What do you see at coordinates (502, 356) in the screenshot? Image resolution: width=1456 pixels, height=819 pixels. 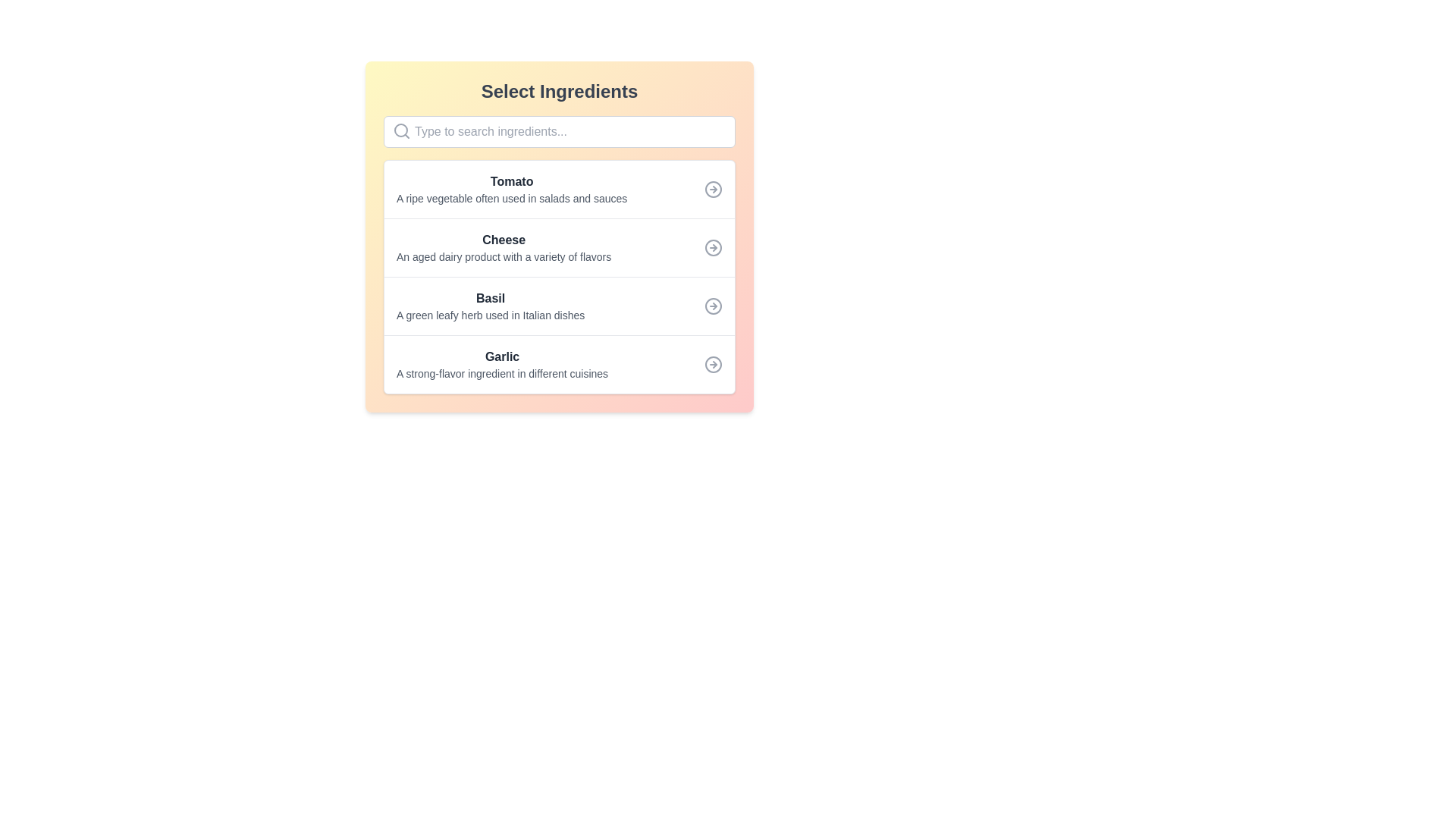 I see `the text content of the 'Garlic' label, which is the title for the fourth item in a vertically-stacked list located between 'Basil' and its descriptive text` at bounding box center [502, 356].